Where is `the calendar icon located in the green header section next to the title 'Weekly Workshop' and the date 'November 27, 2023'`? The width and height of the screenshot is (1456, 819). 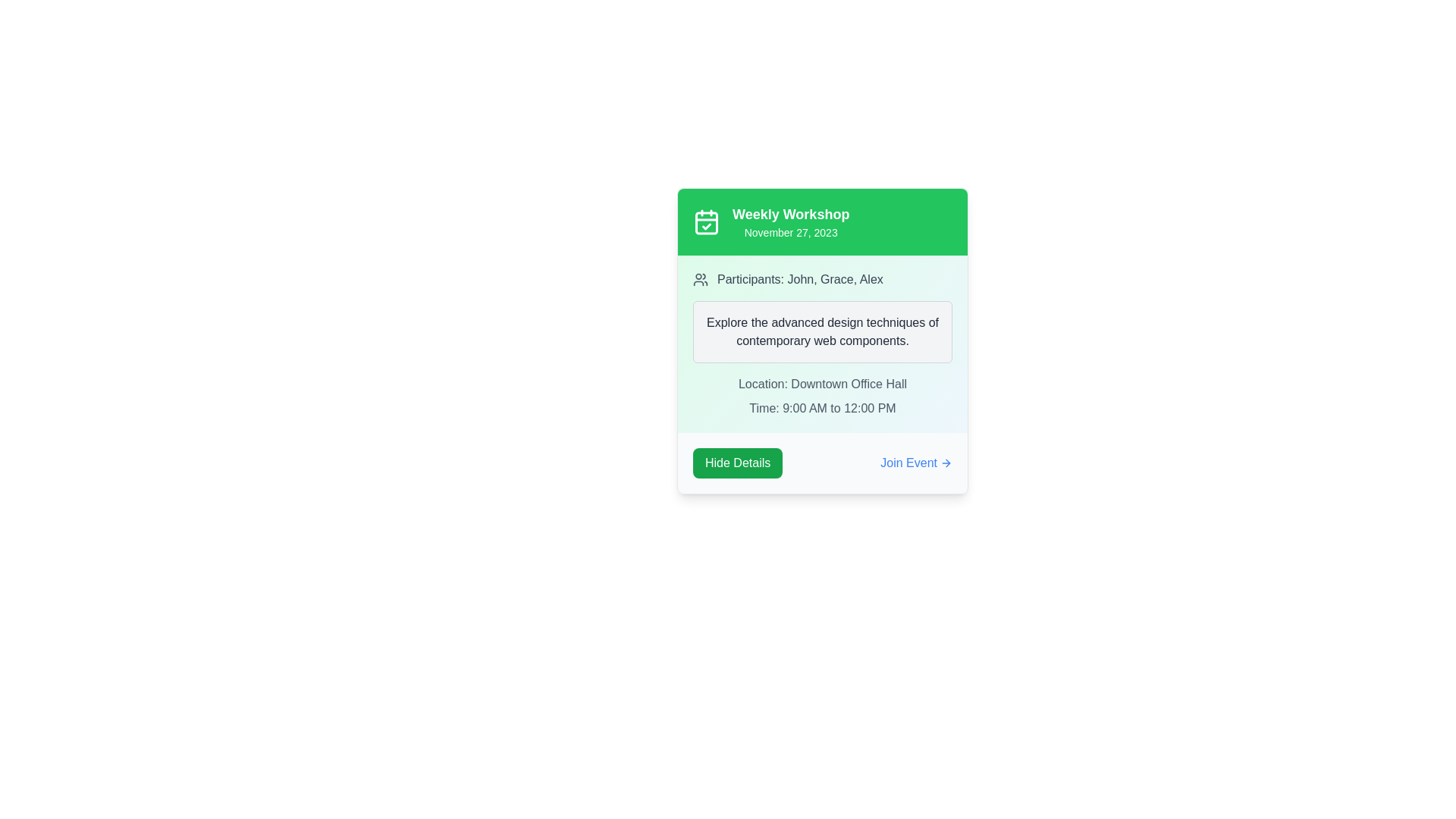 the calendar icon located in the green header section next to the title 'Weekly Workshop' and the date 'November 27, 2023' is located at coordinates (705, 222).